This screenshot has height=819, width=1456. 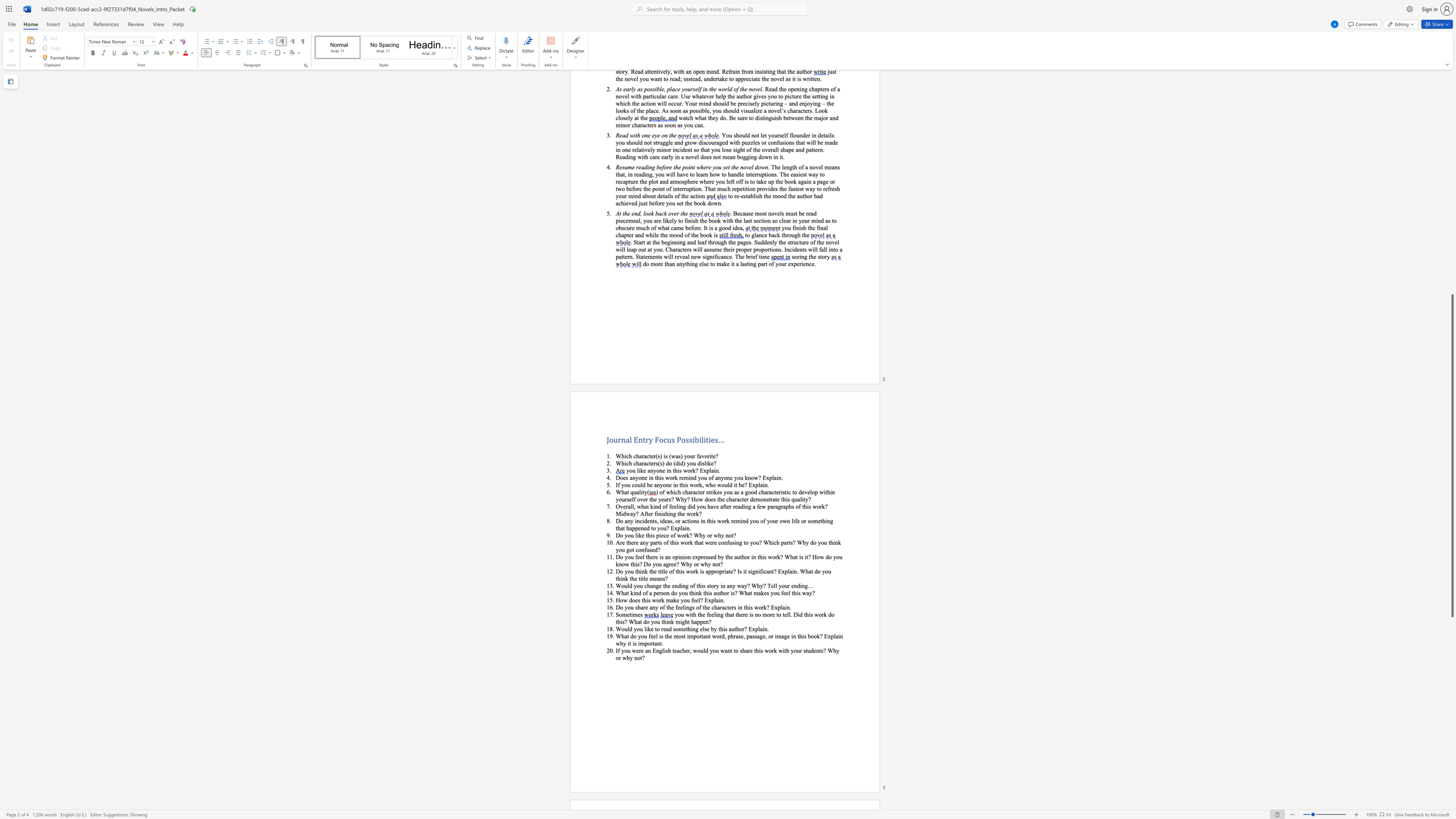 What do you see at coordinates (691, 570) in the screenshot?
I see `the 4th character "o" in the text` at bounding box center [691, 570].